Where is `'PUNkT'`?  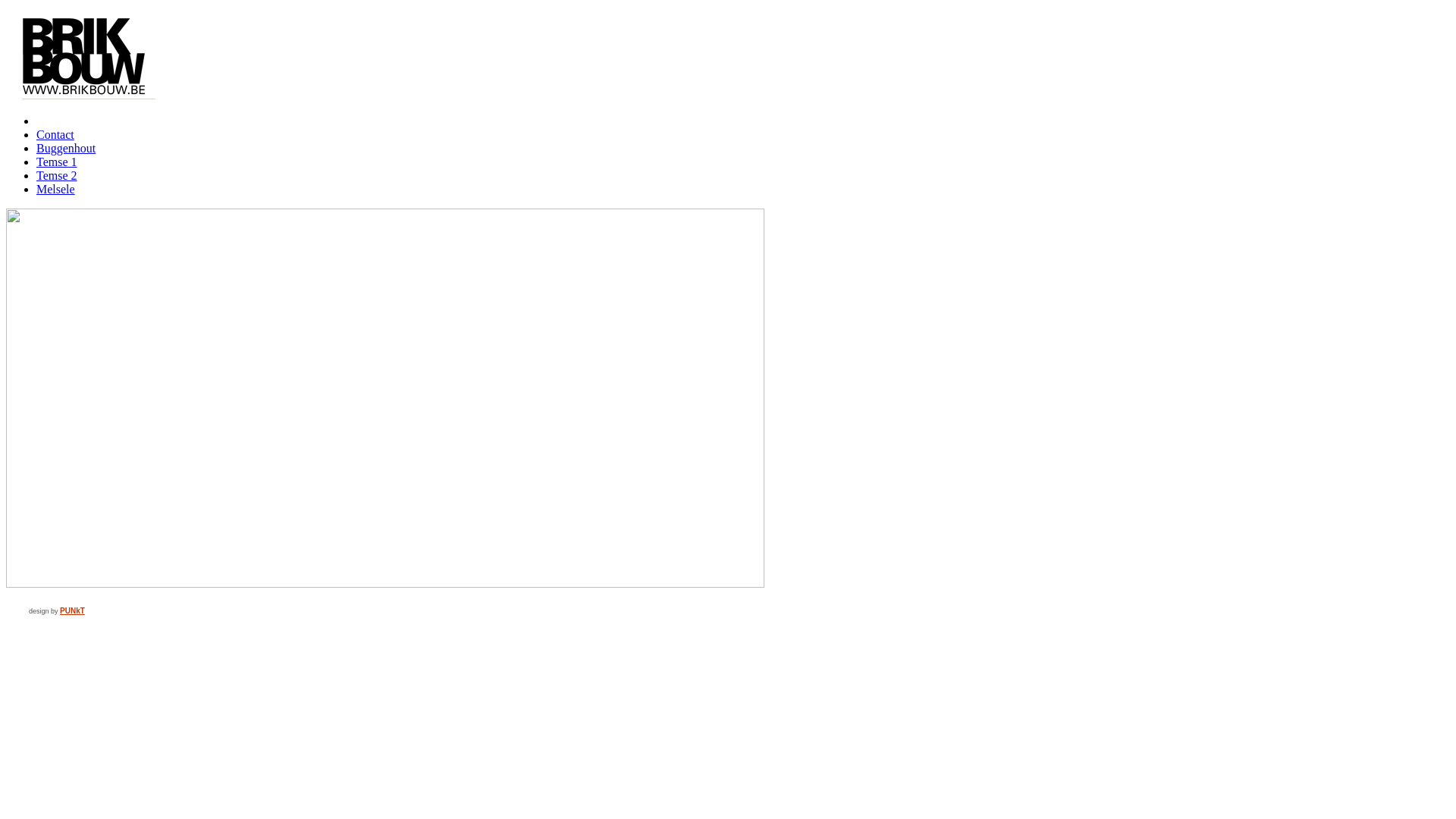 'PUNkT' is located at coordinates (71, 610).